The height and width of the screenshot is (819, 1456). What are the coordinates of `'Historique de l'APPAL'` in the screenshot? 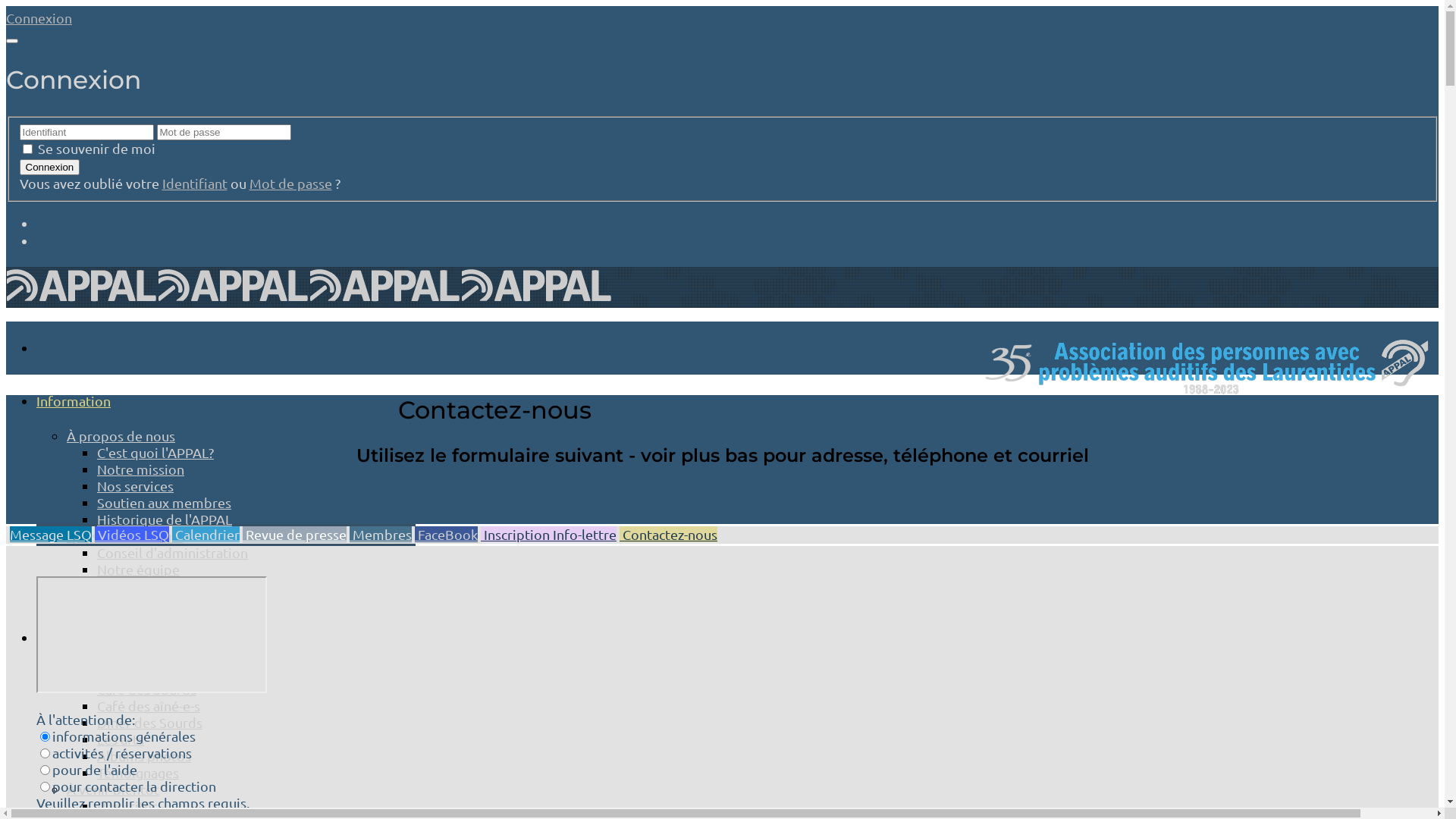 It's located at (164, 518).